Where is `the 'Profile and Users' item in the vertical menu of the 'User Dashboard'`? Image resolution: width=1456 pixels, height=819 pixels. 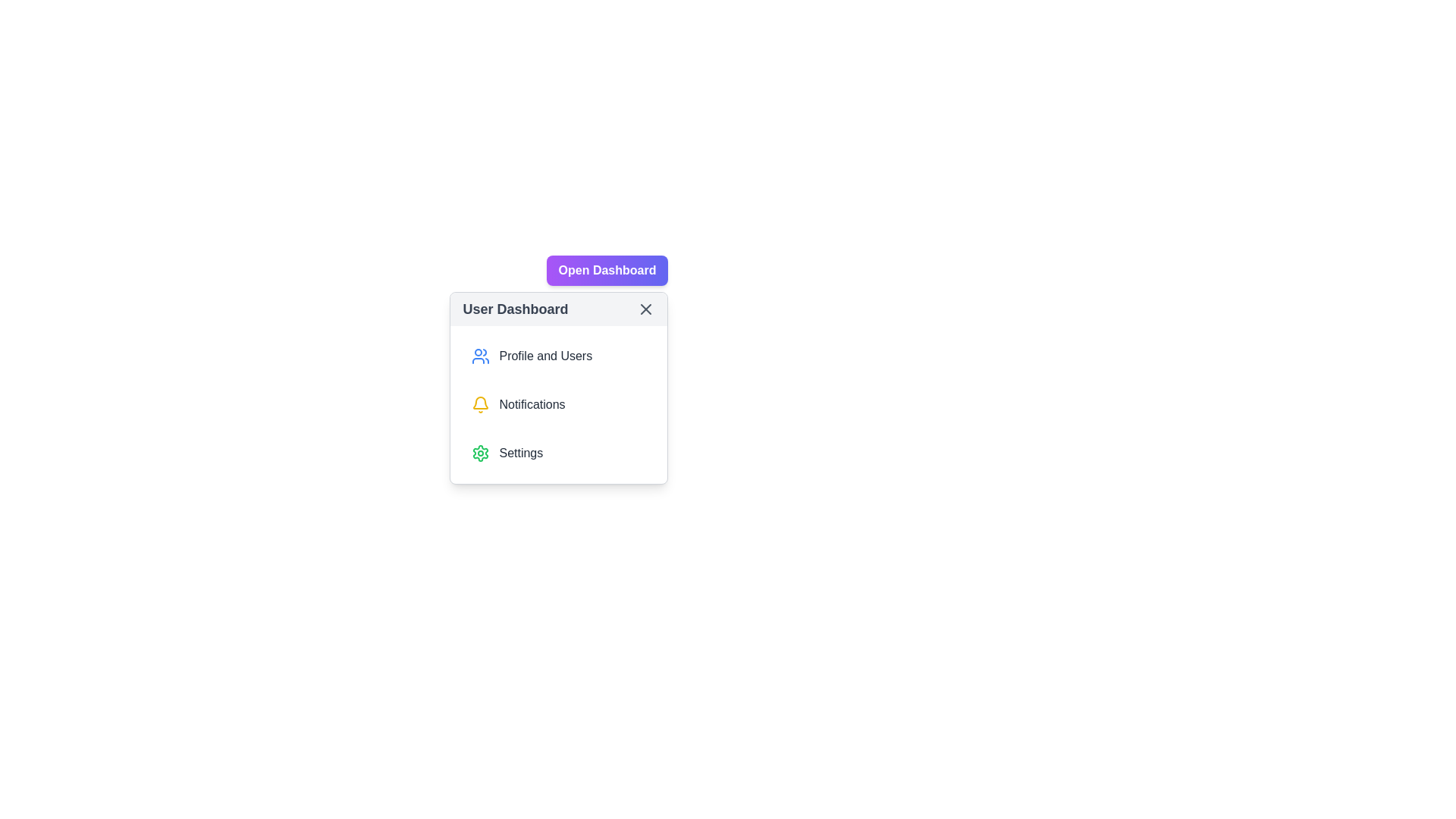
the 'Profile and Users' item in the vertical menu of the 'User Dashboard' is located at coordinates (558, 403).